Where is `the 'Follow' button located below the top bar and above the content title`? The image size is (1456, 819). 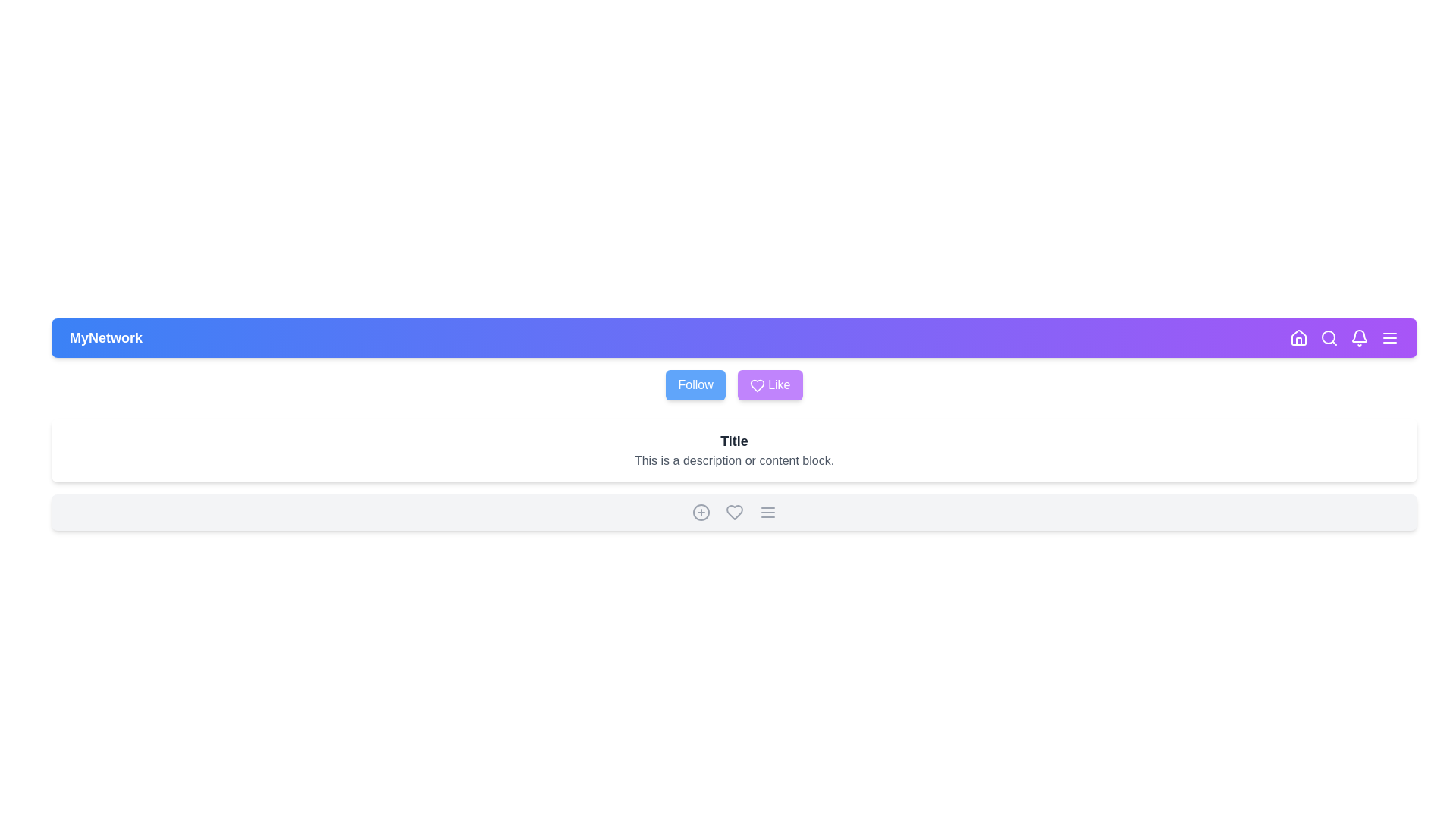 the 'Follow' button located below the top bar and above the content title is located at coordinates (695, 384).